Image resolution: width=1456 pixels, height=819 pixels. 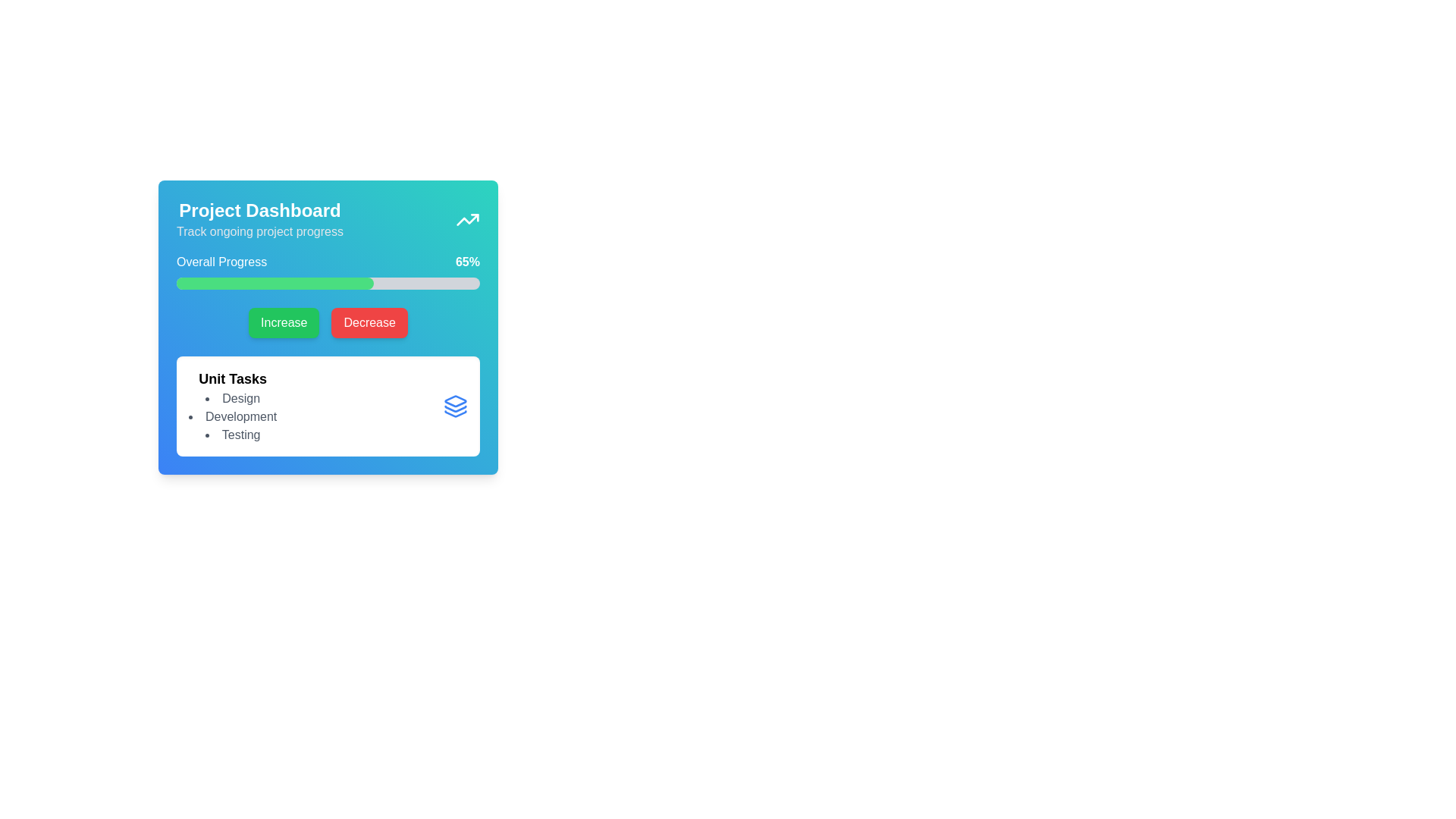 What do you see at coordinates (259, 219) in the screenshot?
I see `Informational Text Block located in the upper-left corner of the dashboard card layout, which provides a title and brief description for the dashboard` at bounding box center [259, 219].